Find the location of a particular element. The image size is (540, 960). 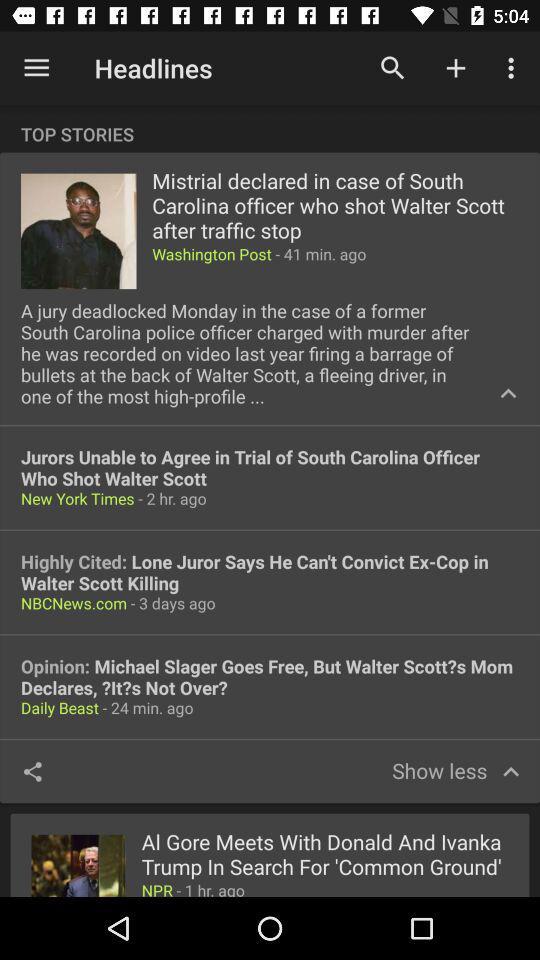

the expand_less icon is located at coordinates (508, 392).